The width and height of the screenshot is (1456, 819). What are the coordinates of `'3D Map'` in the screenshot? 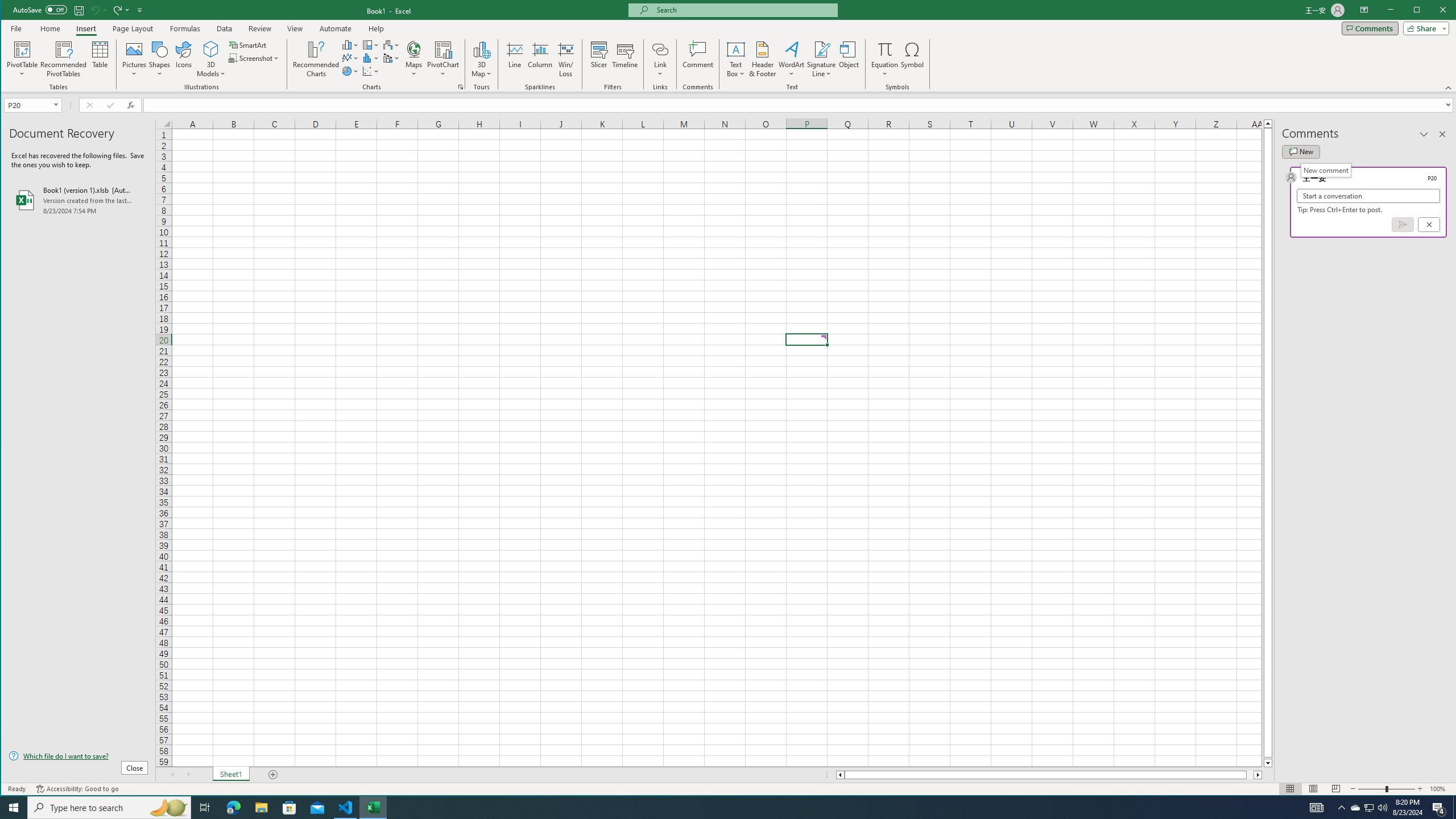 It's located at (482, 59).